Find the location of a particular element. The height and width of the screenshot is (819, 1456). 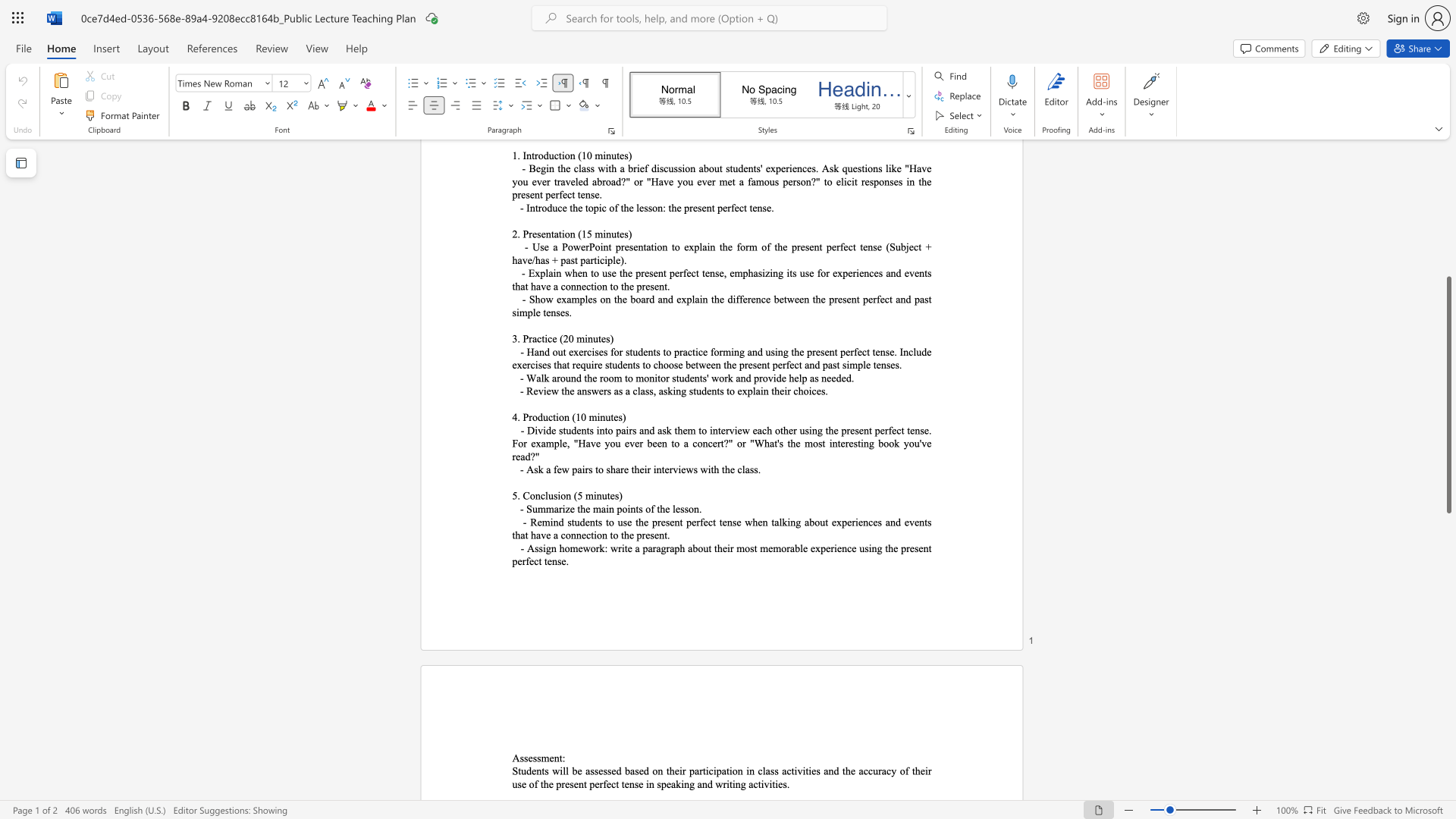

the subset text "lusion (5 minutes" within the text "5. Conclusion (5 minutes)" is located at coordinates (545, 495).